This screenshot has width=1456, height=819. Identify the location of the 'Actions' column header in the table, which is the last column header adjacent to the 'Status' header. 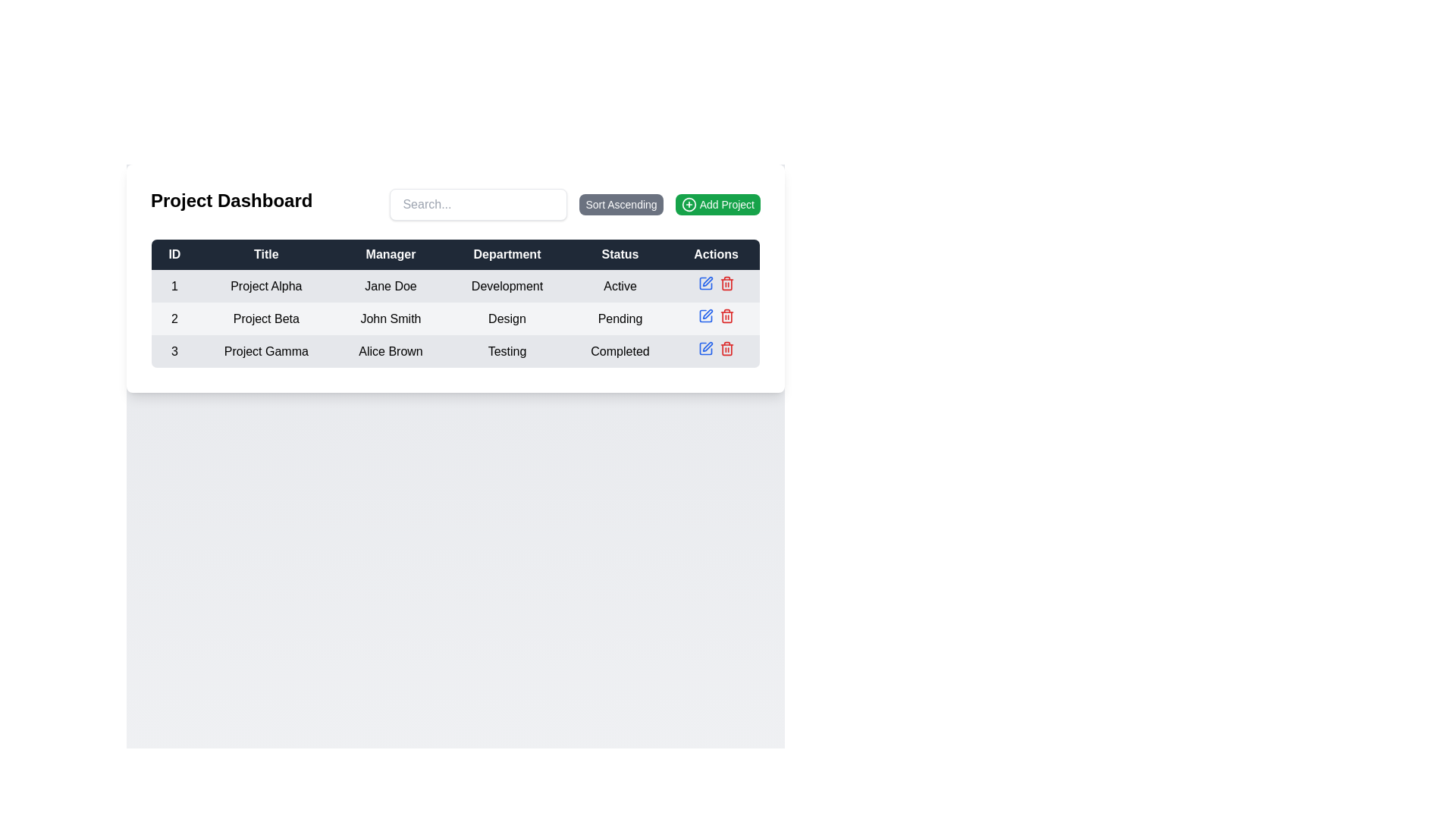
(715, 253).